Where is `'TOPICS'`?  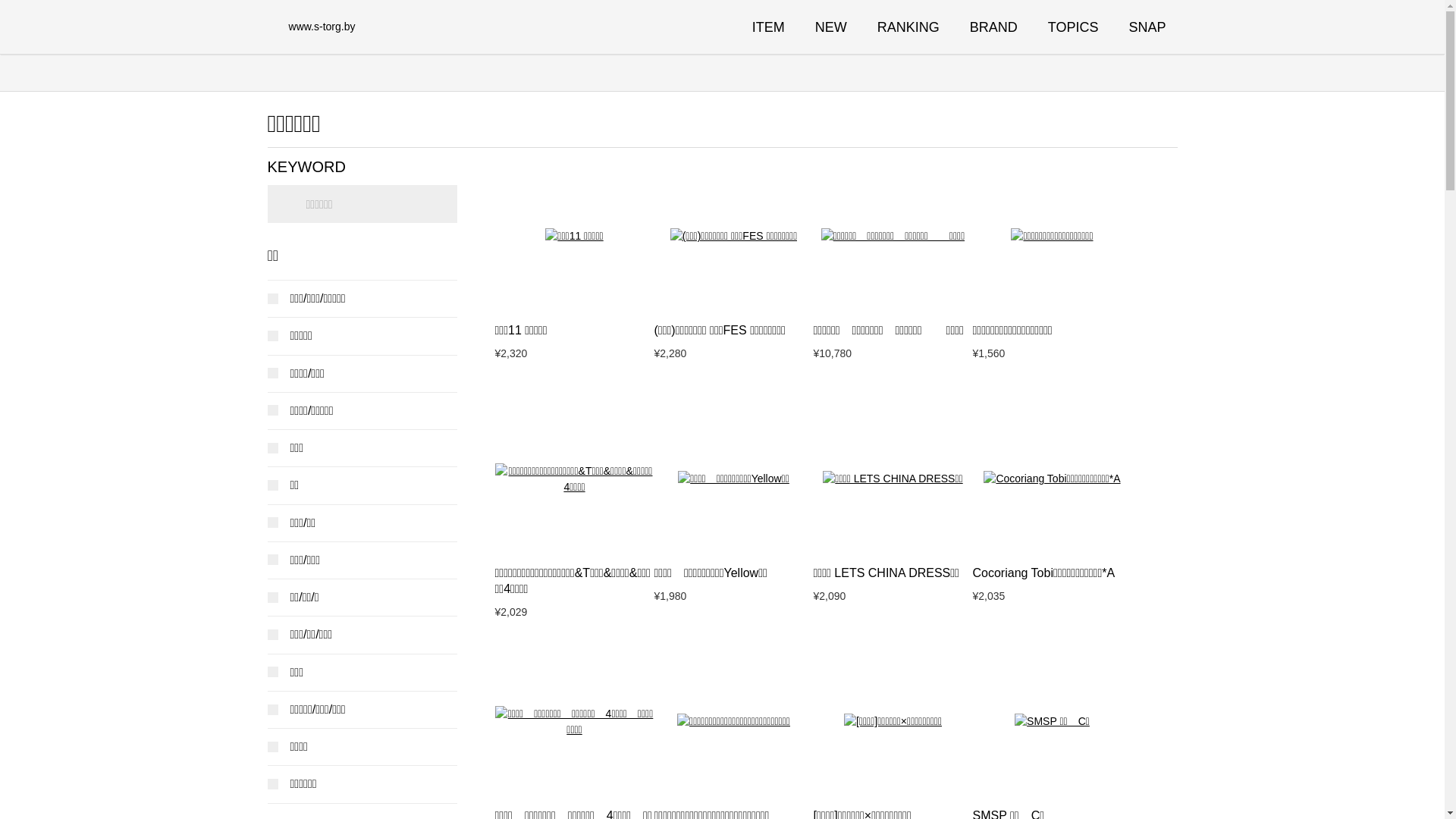 'TOPICS' is located at coordinates (1047, 27).